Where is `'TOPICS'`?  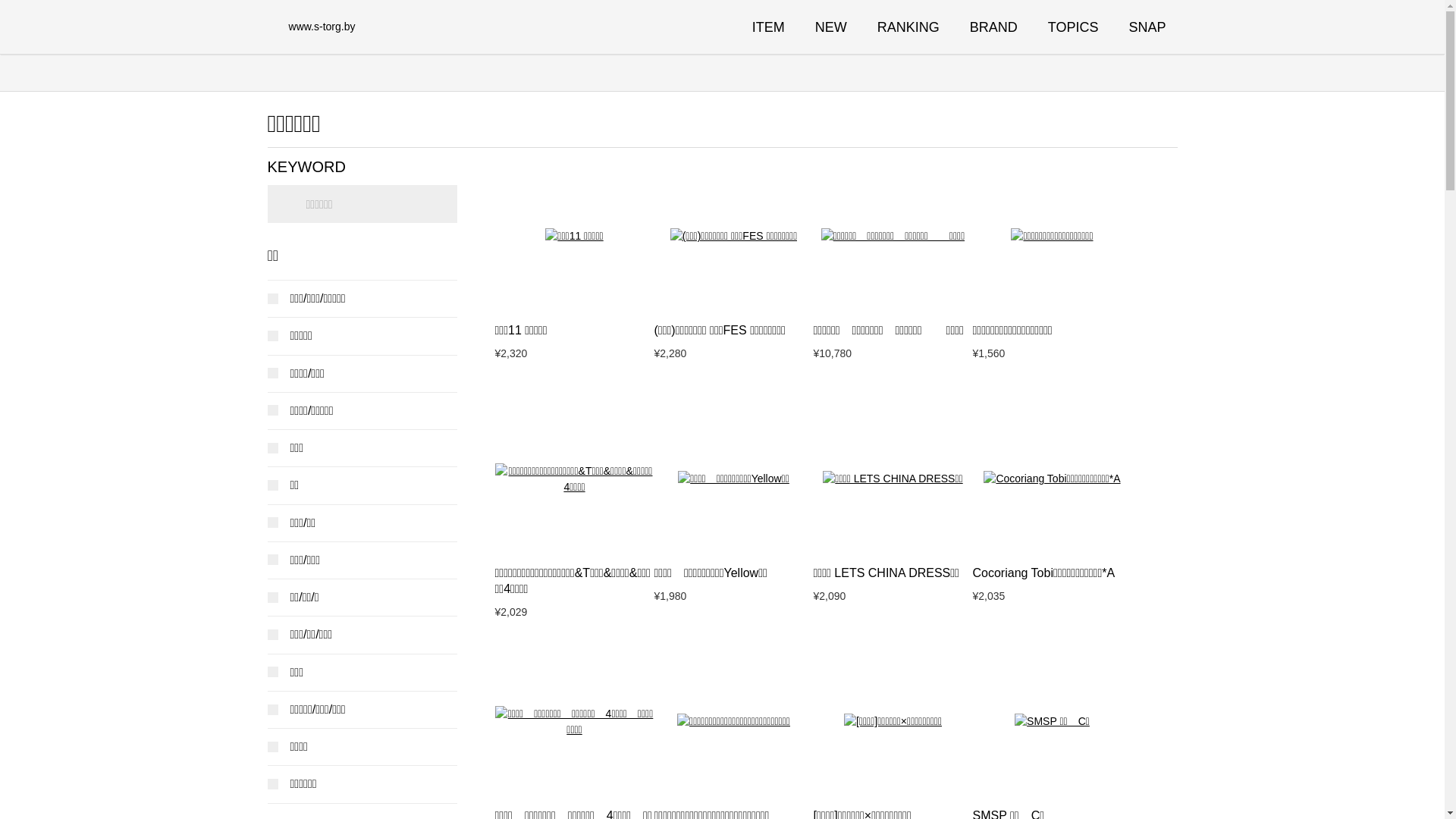 'TOPICS' is located at coordinates (1047, 27).